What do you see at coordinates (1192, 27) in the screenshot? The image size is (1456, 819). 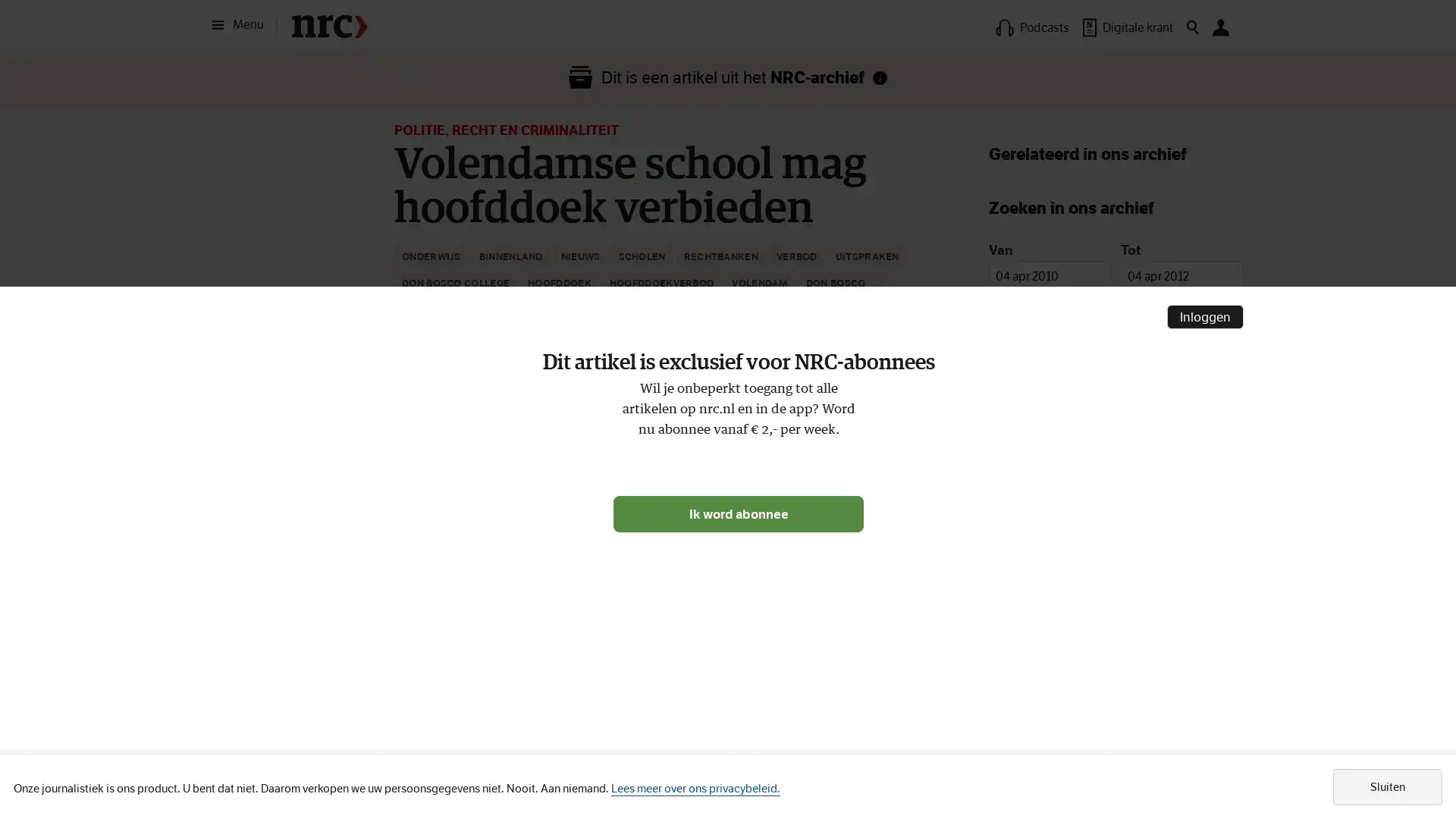 I see `Zoeken` at bounding box center [1192, 27].